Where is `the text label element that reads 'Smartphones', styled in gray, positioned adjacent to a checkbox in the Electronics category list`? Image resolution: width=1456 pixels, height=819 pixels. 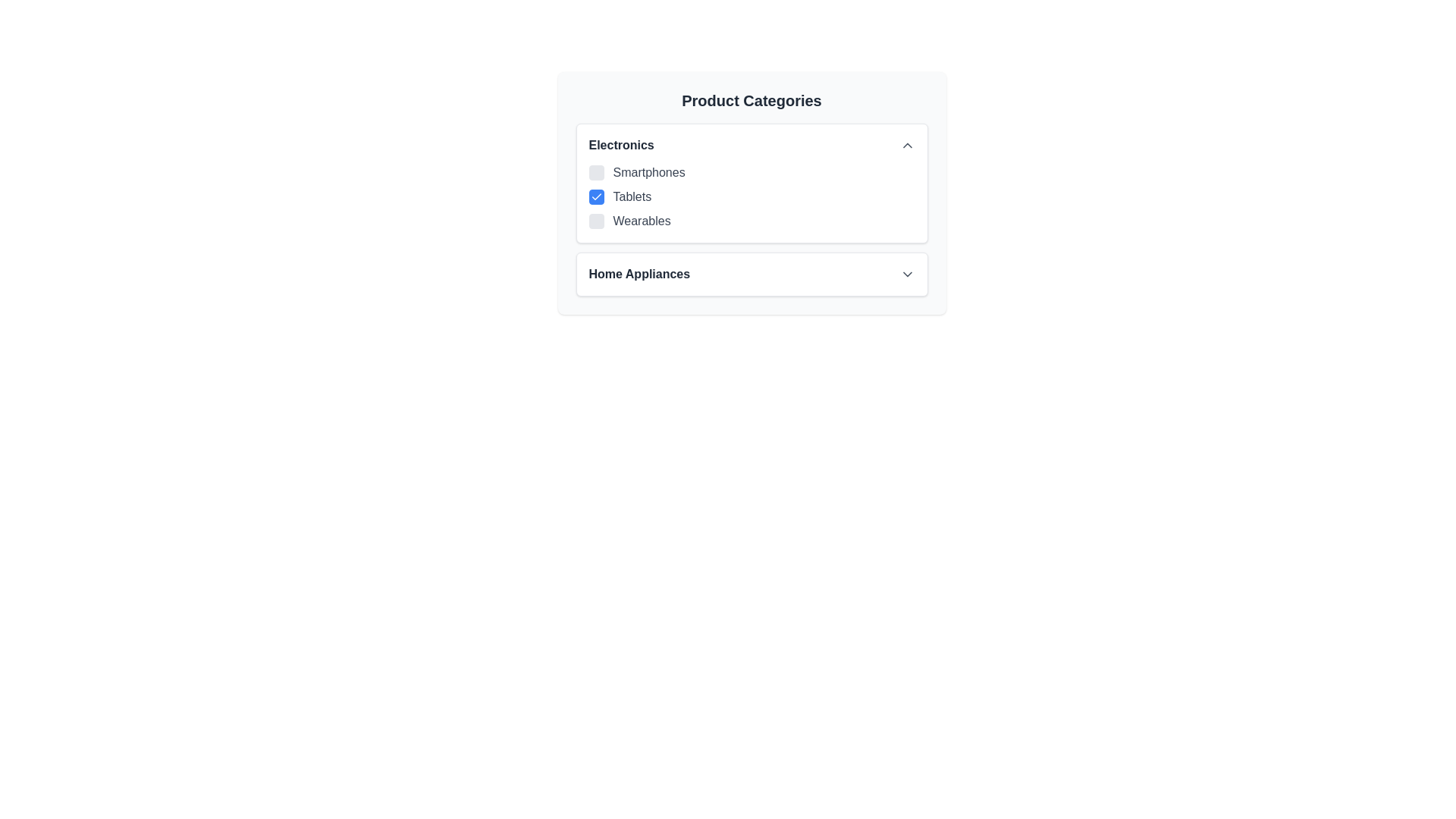
the text label element that reads 'Smartphones', styled in gray, positioned adjacent to a checkbox in the Electronics category list is located at coordinates (649, 171).